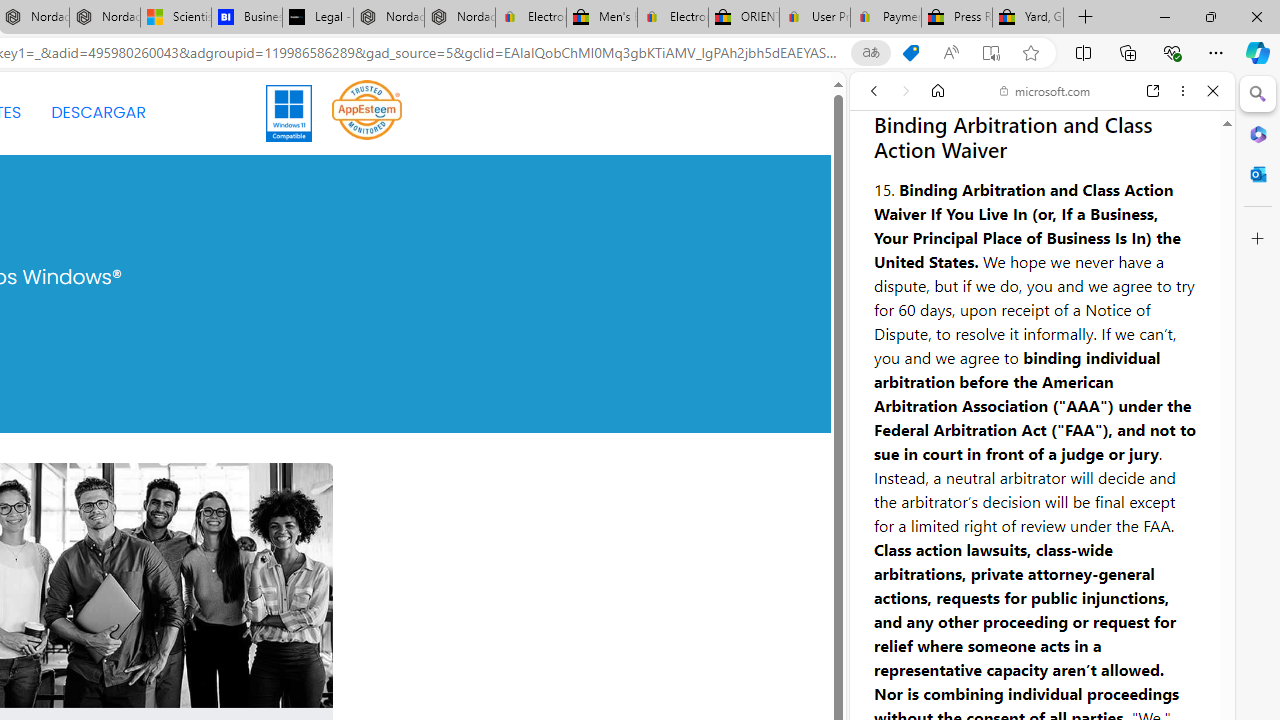  Describe the element at coordinates (1257, 94) in the screenshot. I see `'Minimize Search pane'` at that location.